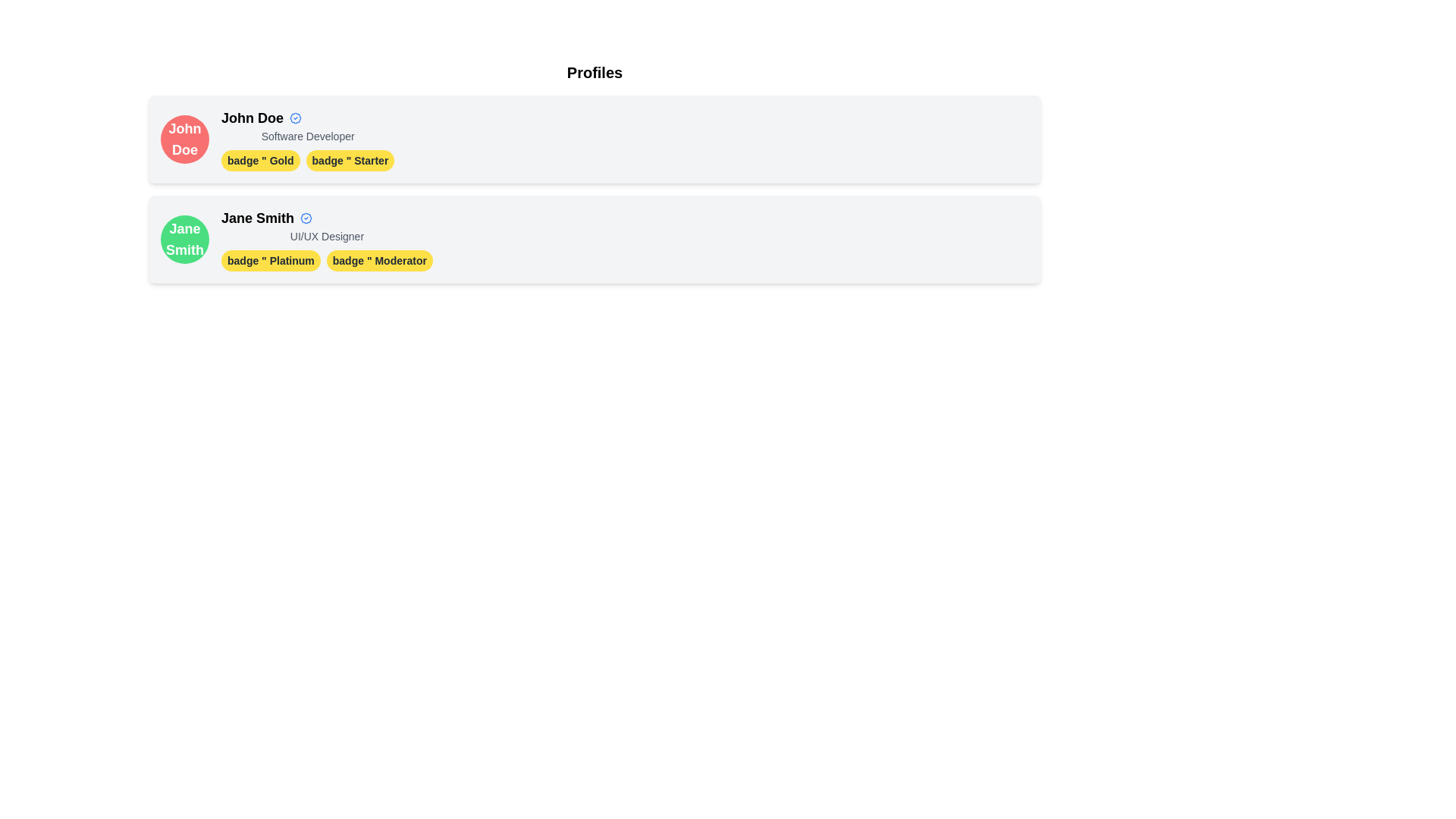  Describe the element at coordinates (295, 117) in the screenshot. I see `the decorative badge/icon located to the right of the text 'John Doe' in the first profile card for interaction` at that location.